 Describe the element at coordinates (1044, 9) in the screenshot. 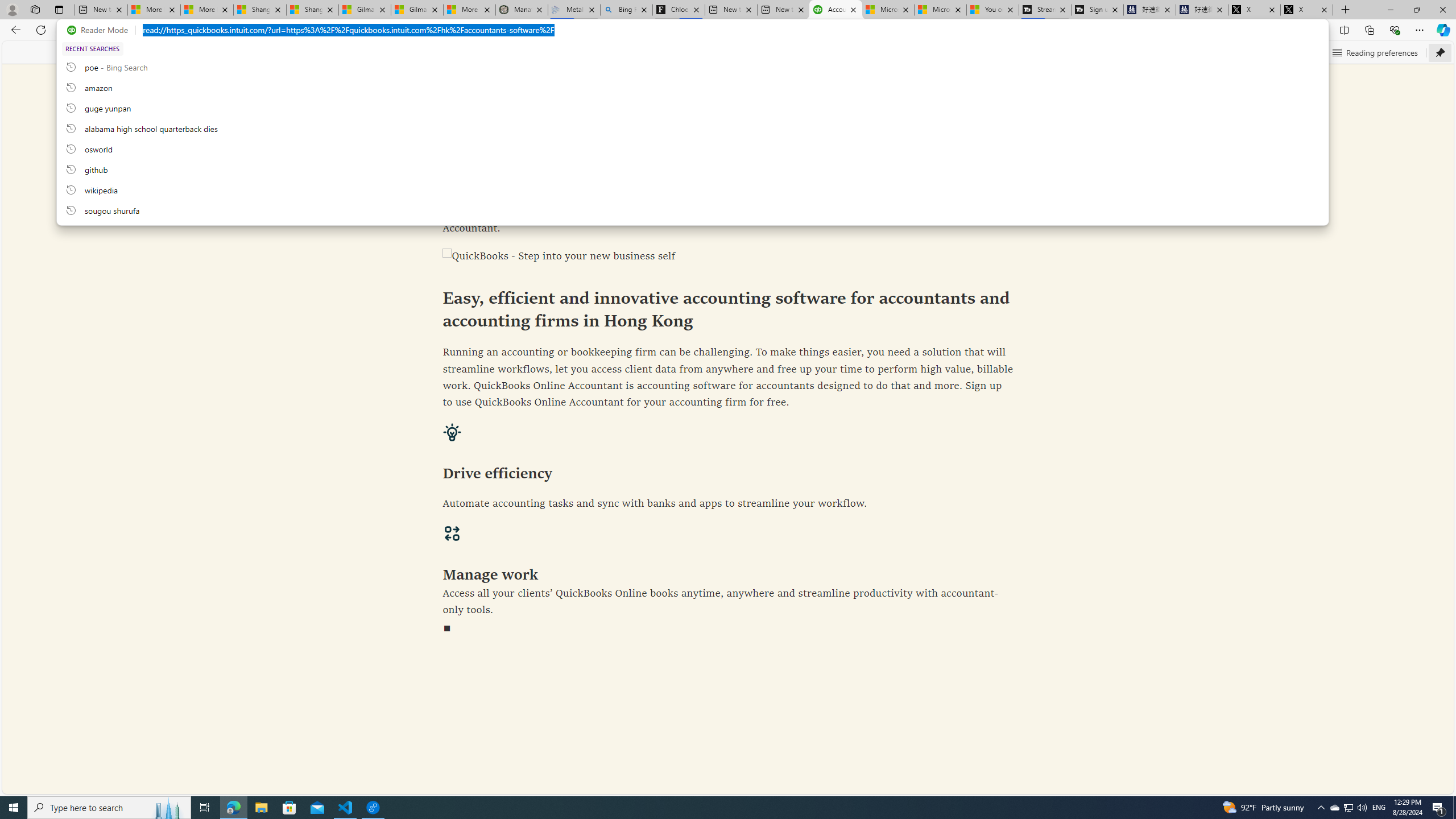

I see `'Streaming Coverage | T3'` at that location.